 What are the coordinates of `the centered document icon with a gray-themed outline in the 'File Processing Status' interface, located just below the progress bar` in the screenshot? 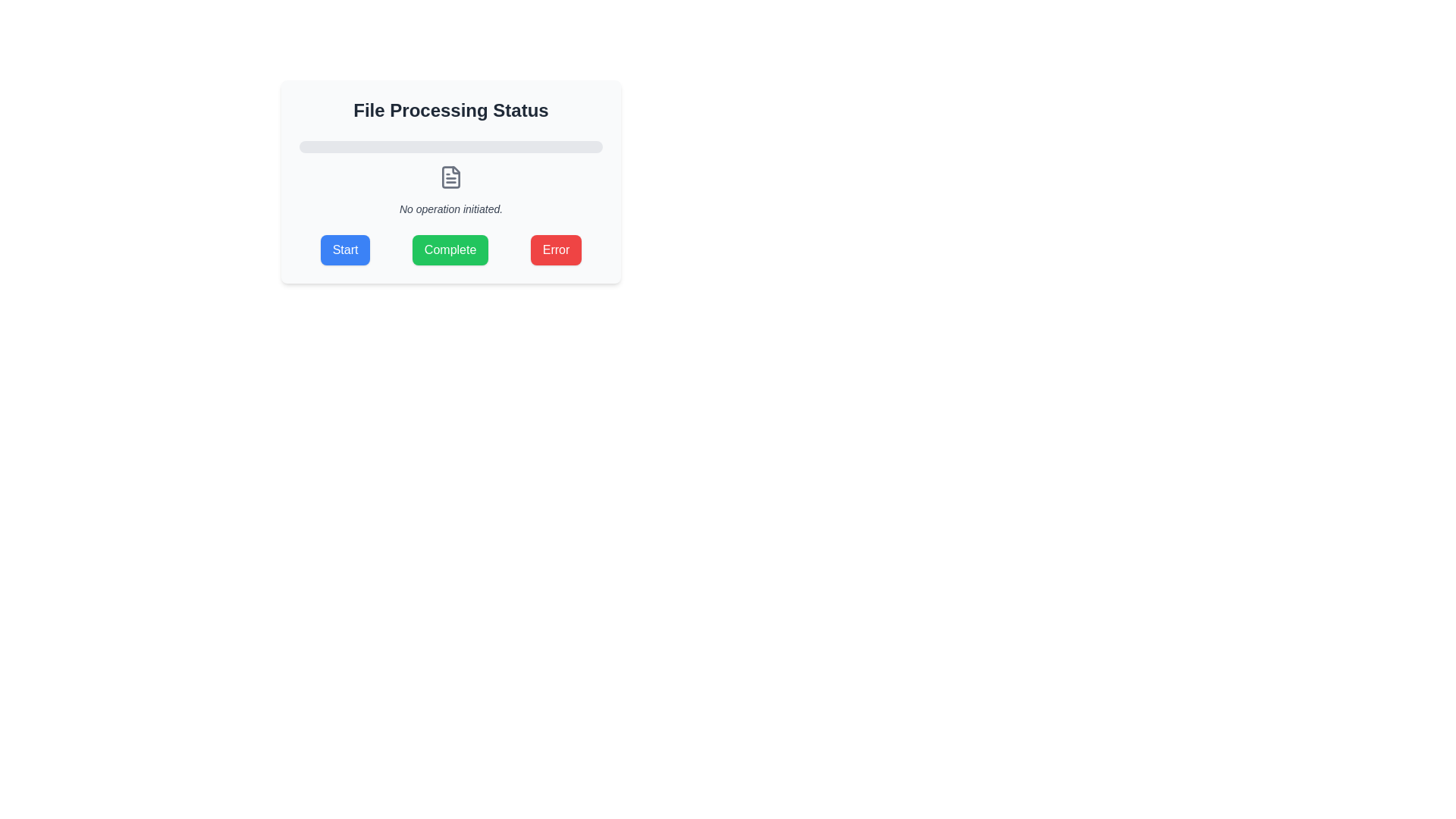 It's located at (450, 177).